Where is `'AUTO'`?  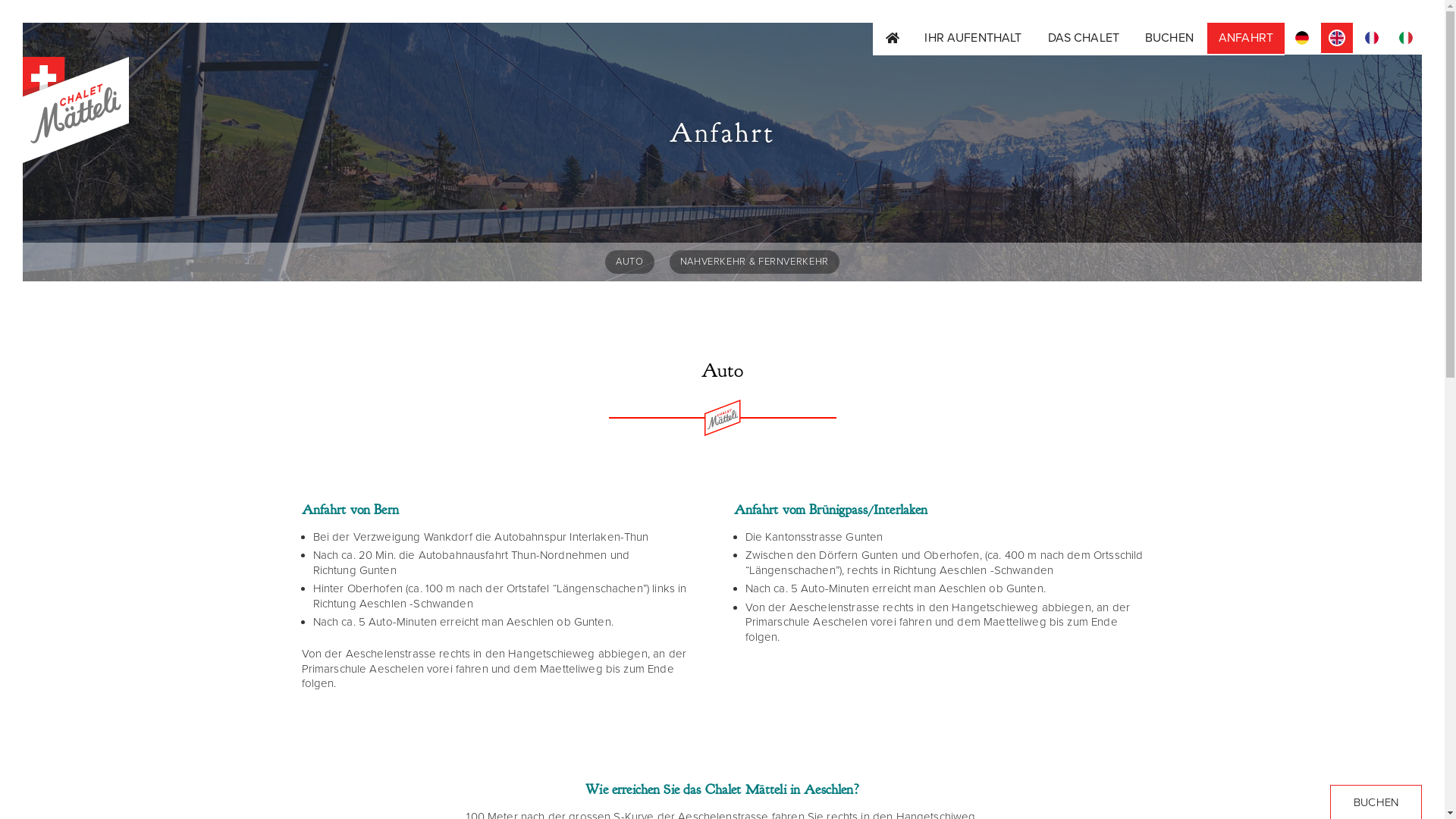 'AUTO' is located at coordinates (629, 261).